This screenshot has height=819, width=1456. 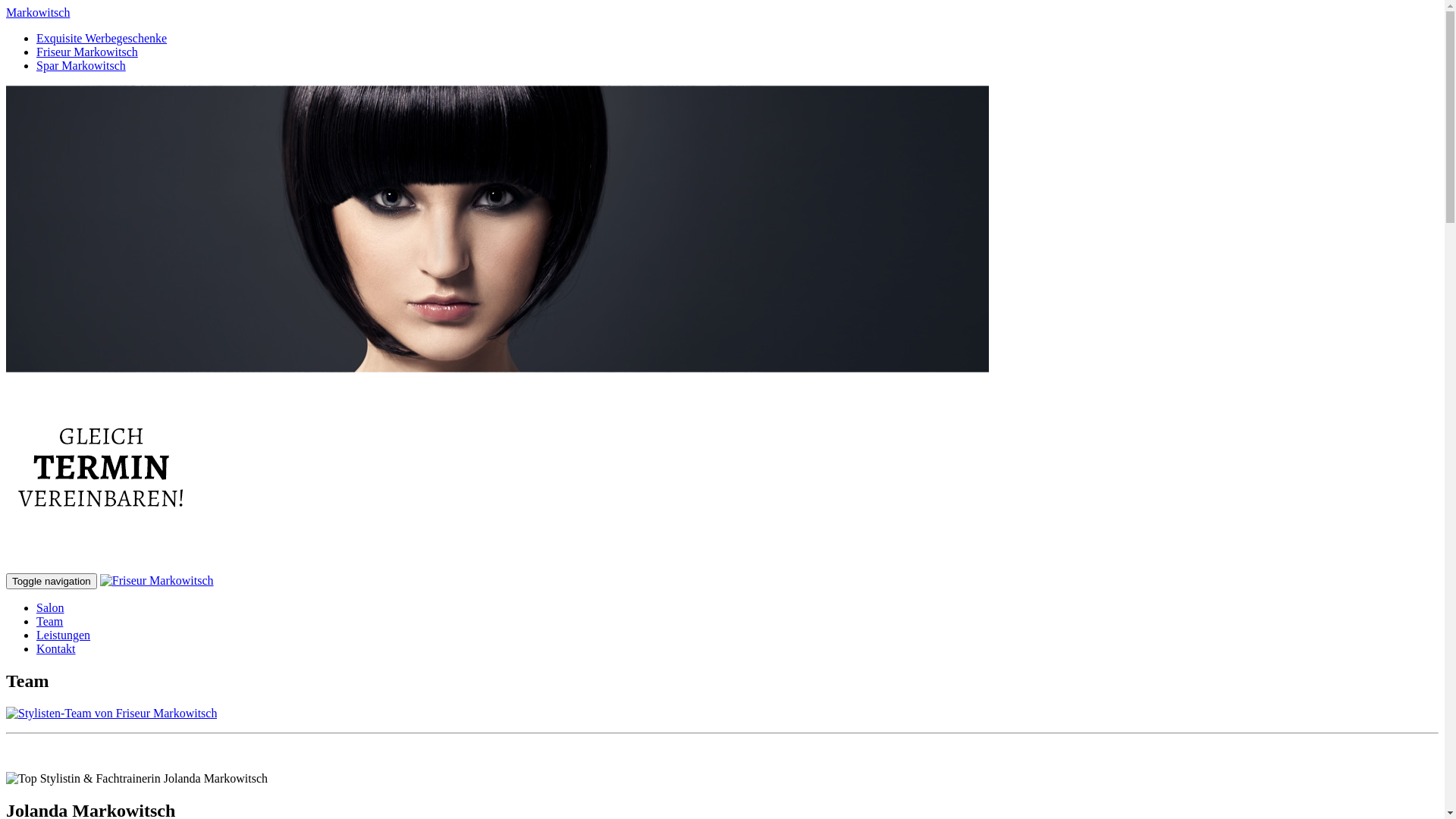 What do you see at coordinates (99, 580) in the screenshot?
I see `'Friseur Markowitsch'` at bounding box center [99, 580].